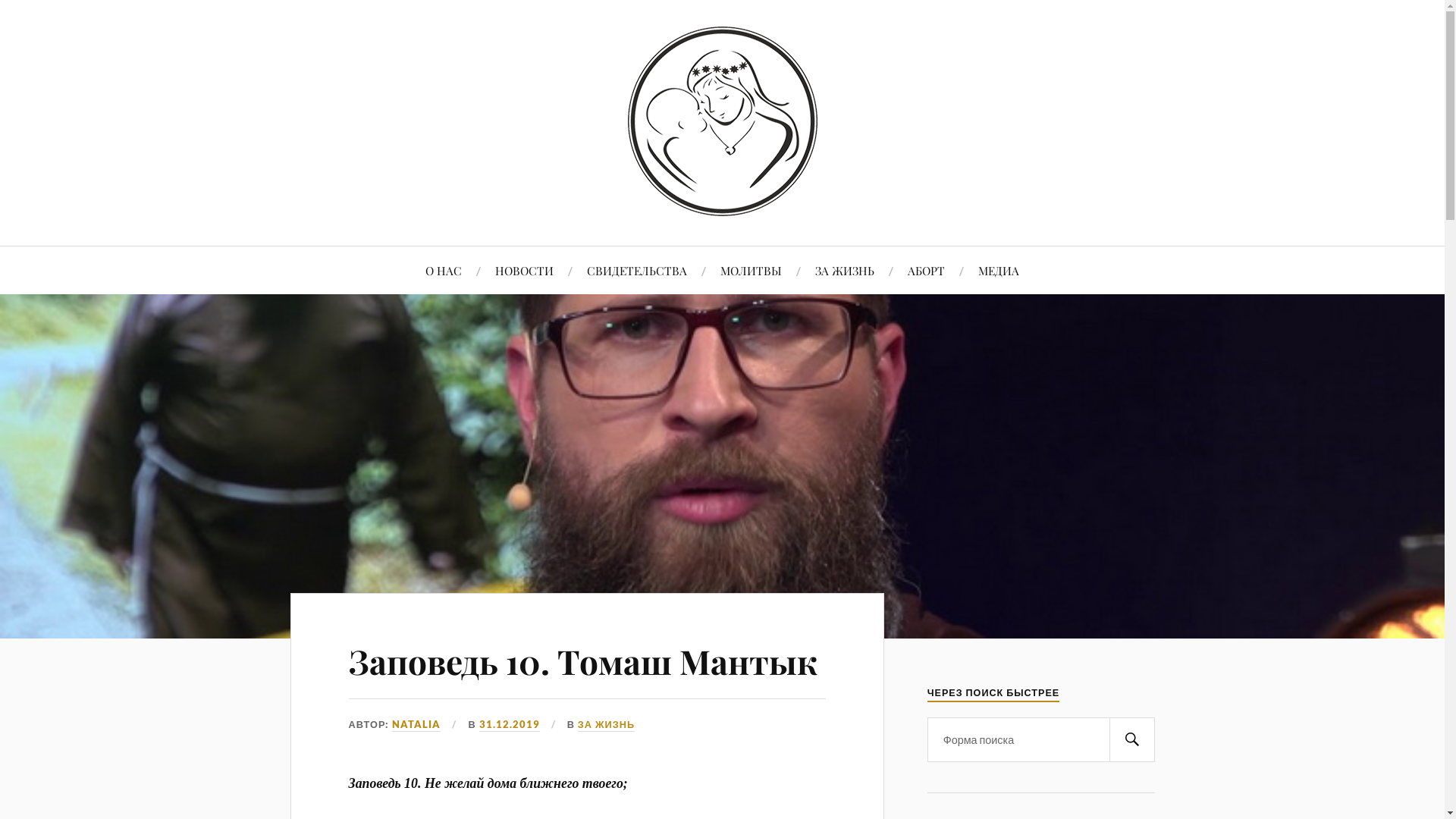  What do you see at coordinates (510, 724) in the screenshot?
I see `'31.12.2019'` at bounding box center [510, 724].